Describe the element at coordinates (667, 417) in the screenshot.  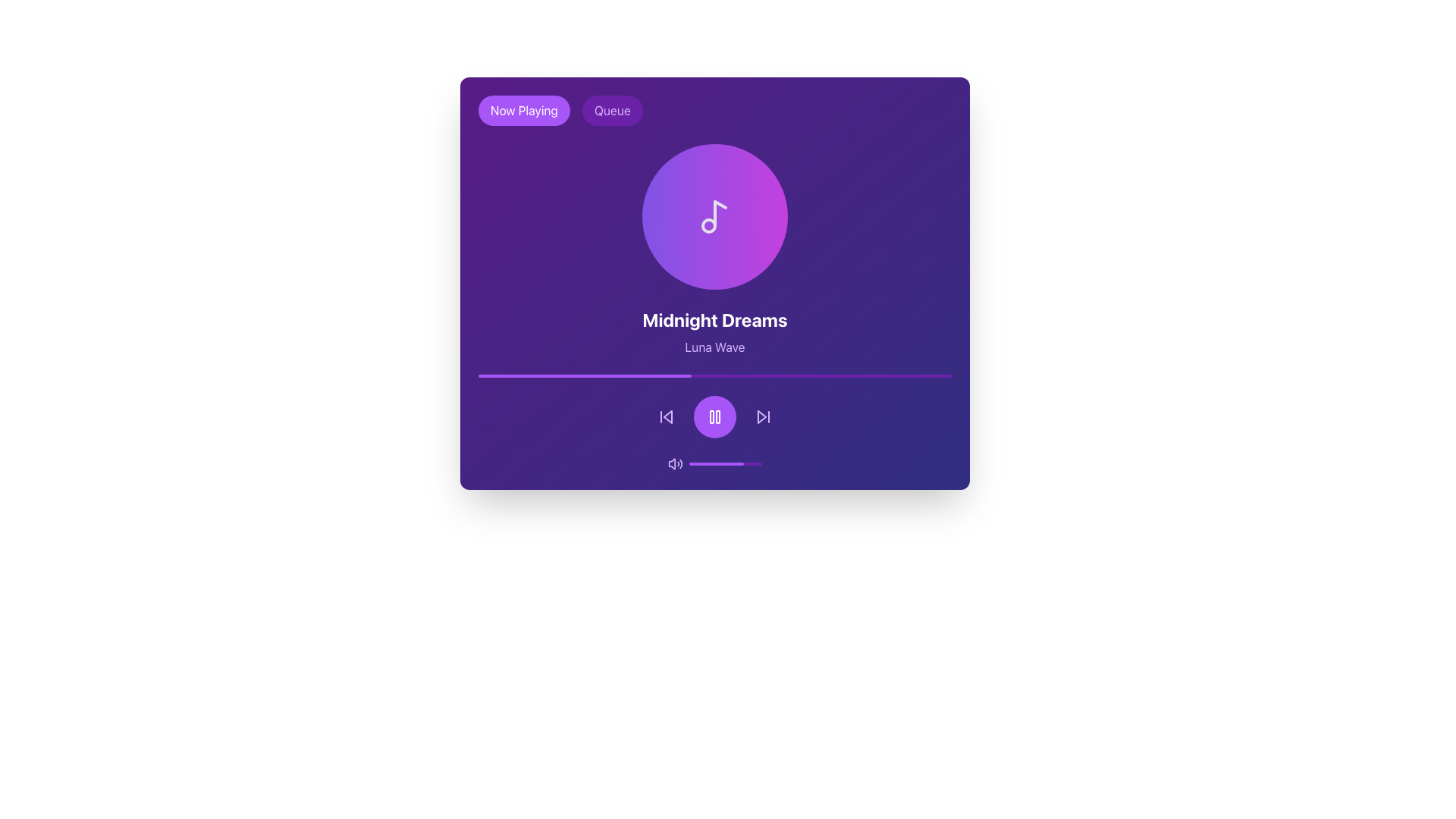
I see `the purple triangular back navigation icon pointing left to skip to the previous track` at that location.